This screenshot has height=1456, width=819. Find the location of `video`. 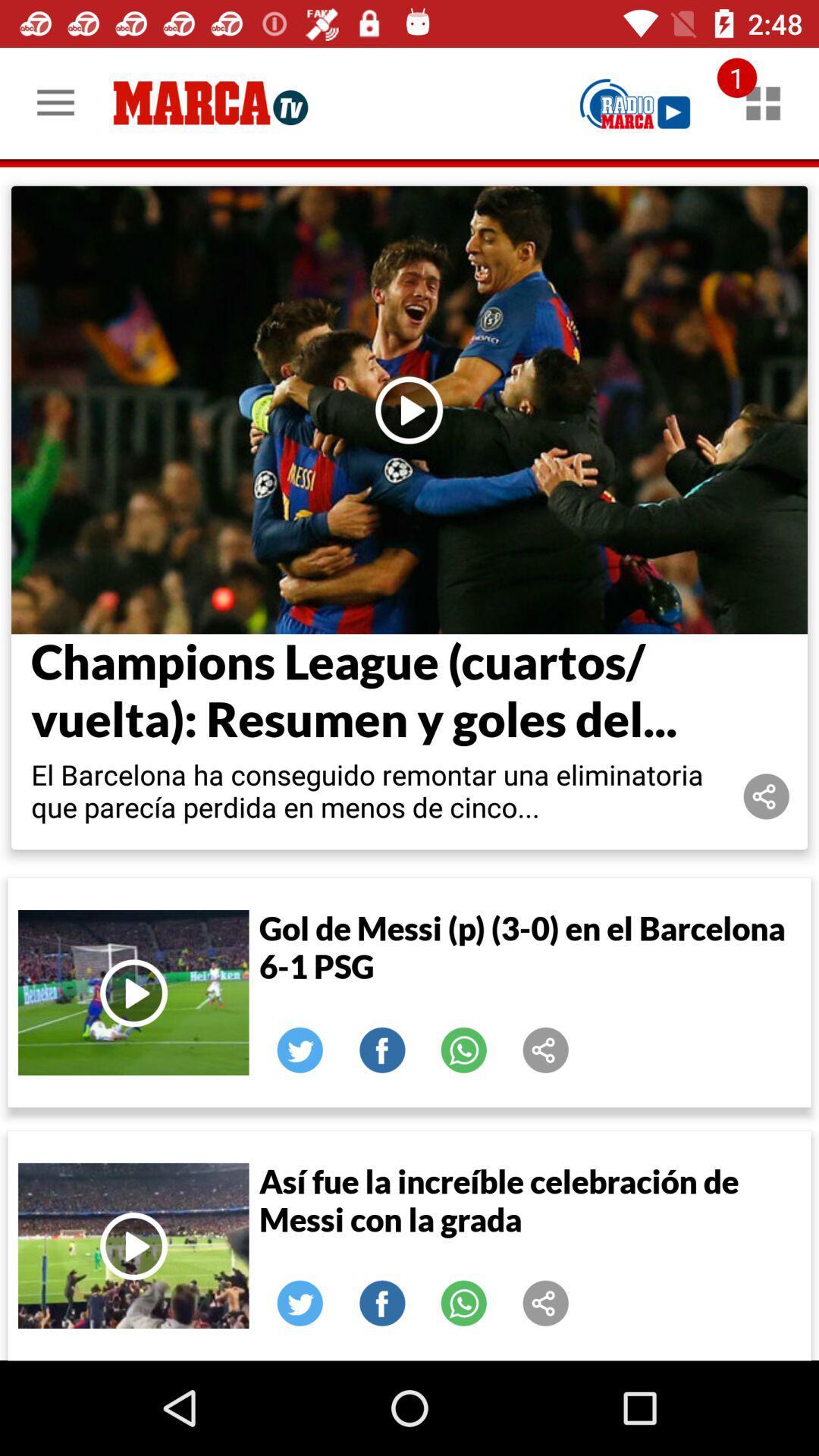

video is located at coordinates (133, 1245).